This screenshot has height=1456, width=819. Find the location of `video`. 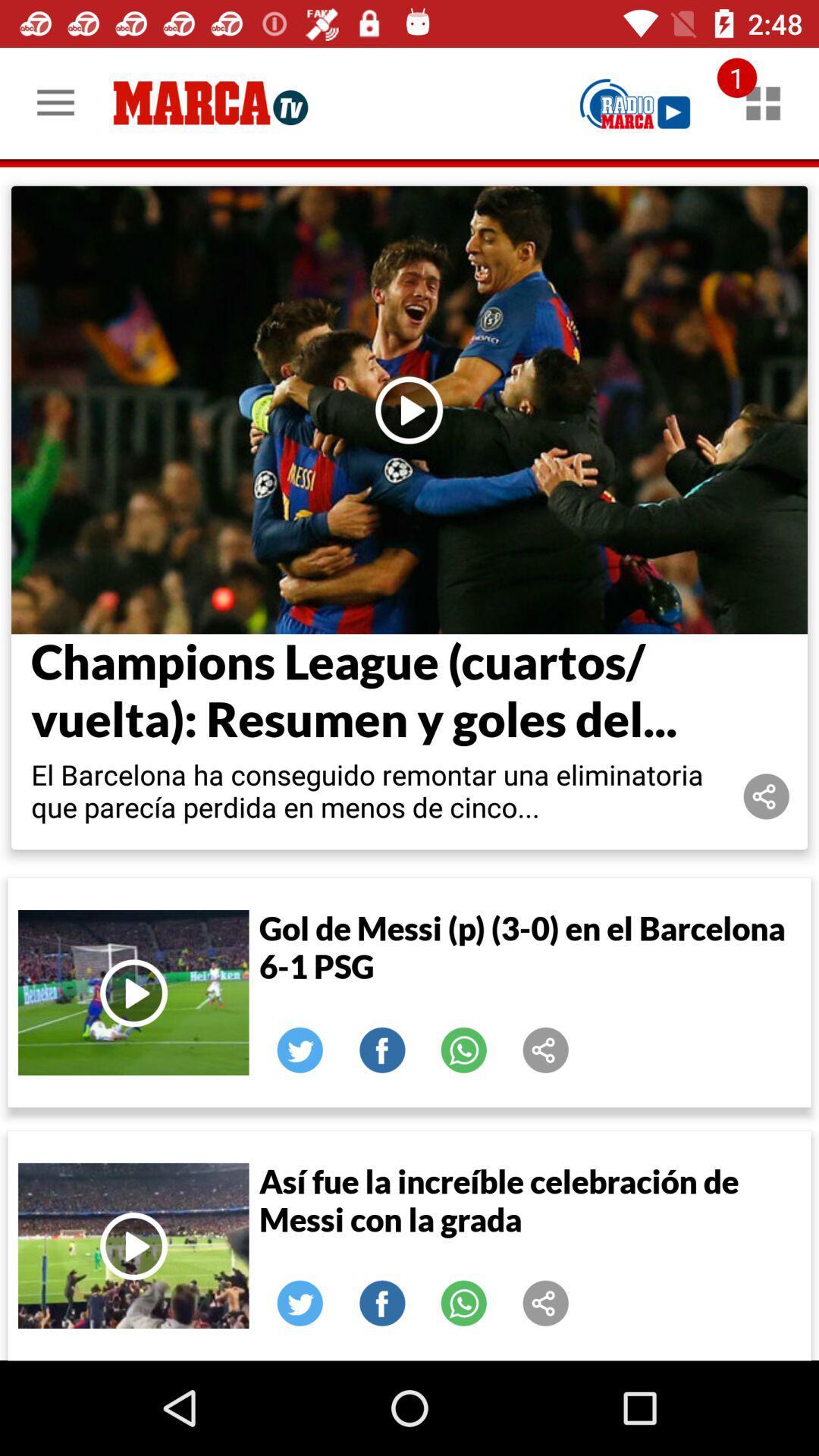

video is located at coordinates (133, 1245).